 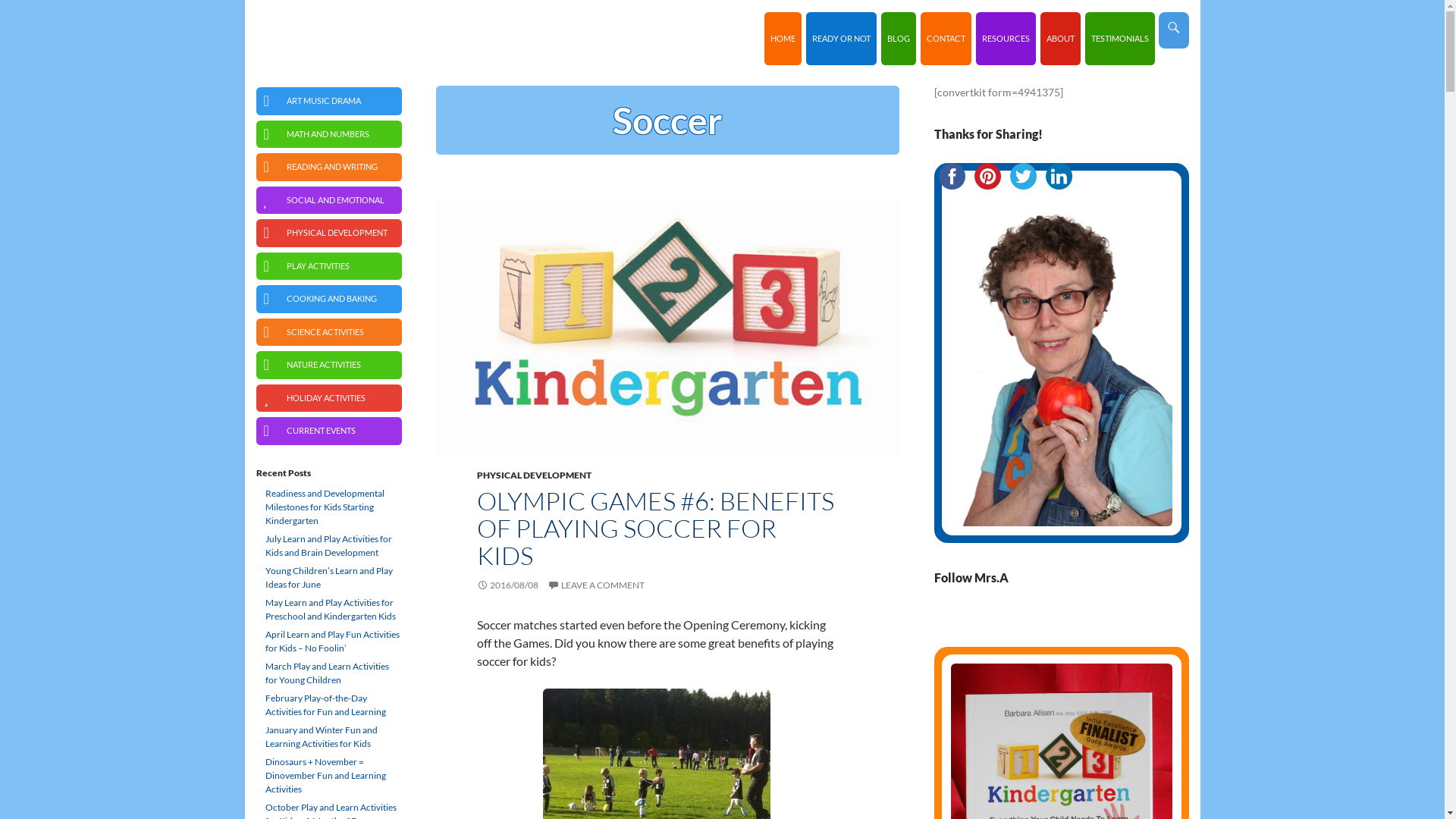 What do you see at coordinates (328, 672) in the screenshot?
I see `'March Play and Learn Activities for Young Children'` at bounding box center [328, 672].